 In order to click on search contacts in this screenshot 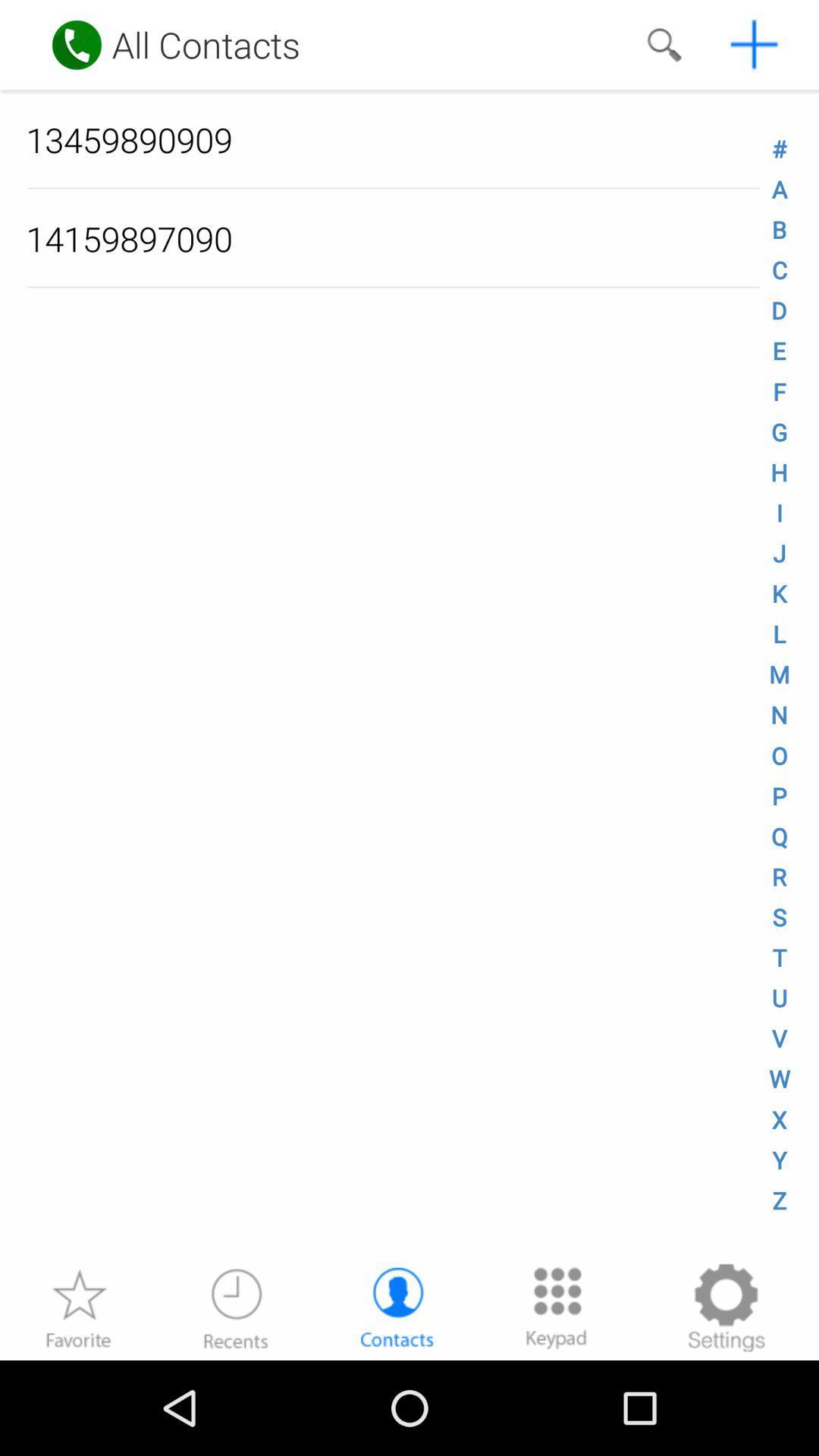, I will do `click(663, 45)`.